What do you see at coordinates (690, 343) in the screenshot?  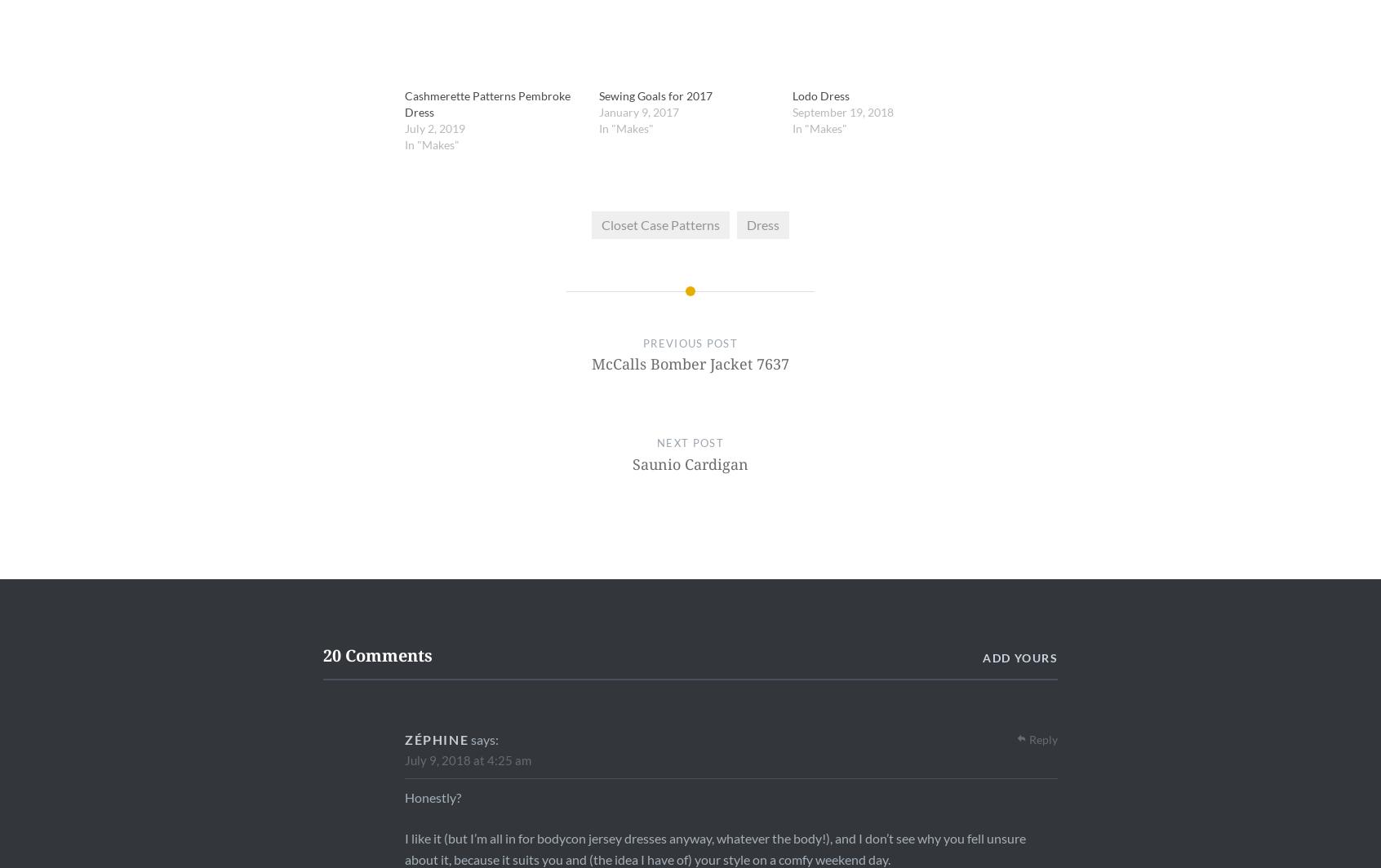 I see `'Previous Post'` at bounding box center [690, 343].